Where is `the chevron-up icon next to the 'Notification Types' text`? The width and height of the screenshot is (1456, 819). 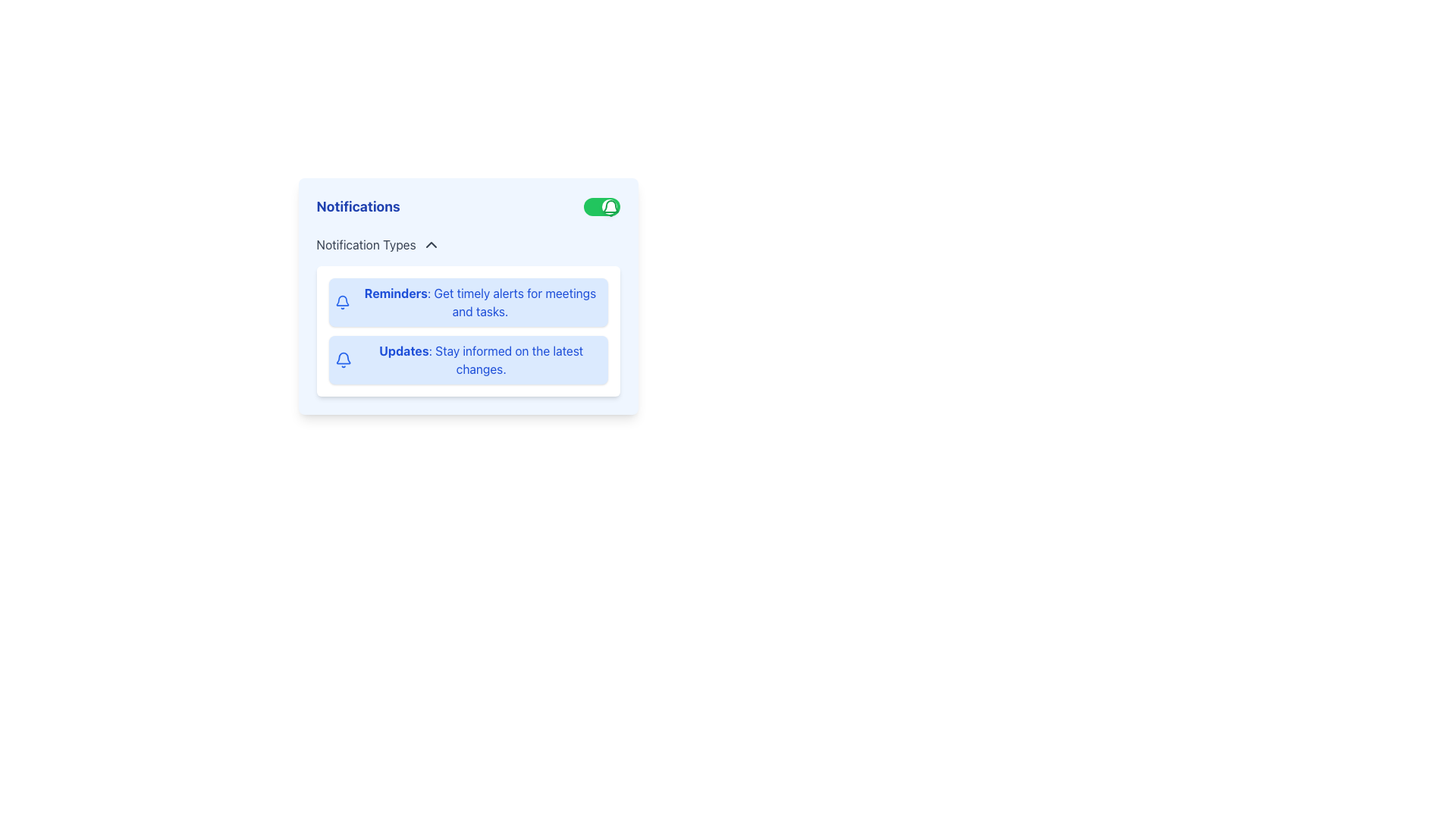 the chevron-up icon next to the 'Notification Types' text is located at coordinates (430, 244).